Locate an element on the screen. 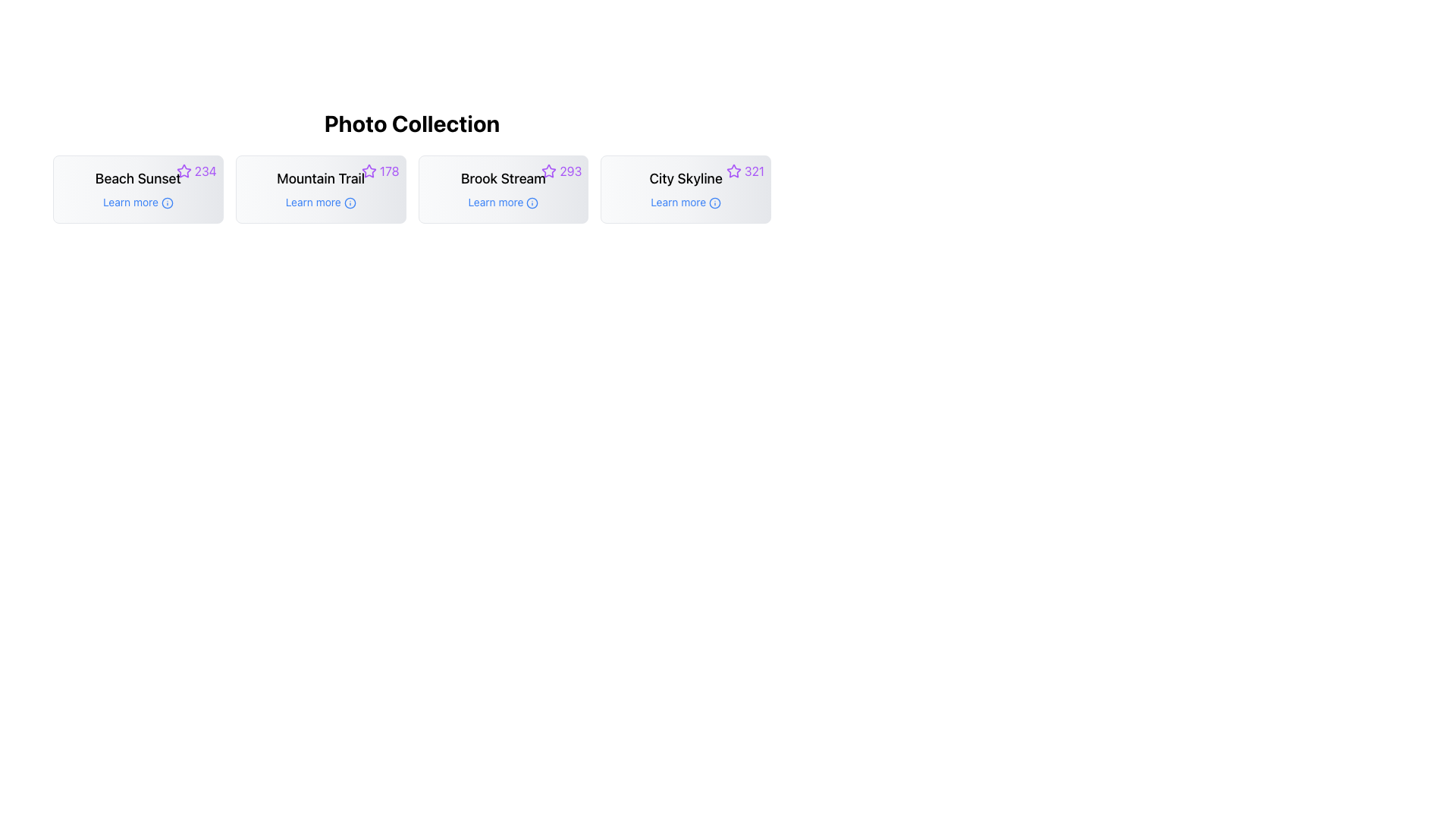  the circular icon with a blue outline and white center featuring an 'i' symbol, located to the right of the 'Learn more' link under the 'Brook Stream' card in the 'Photo Collection' section is located at coordinates (532, 202).